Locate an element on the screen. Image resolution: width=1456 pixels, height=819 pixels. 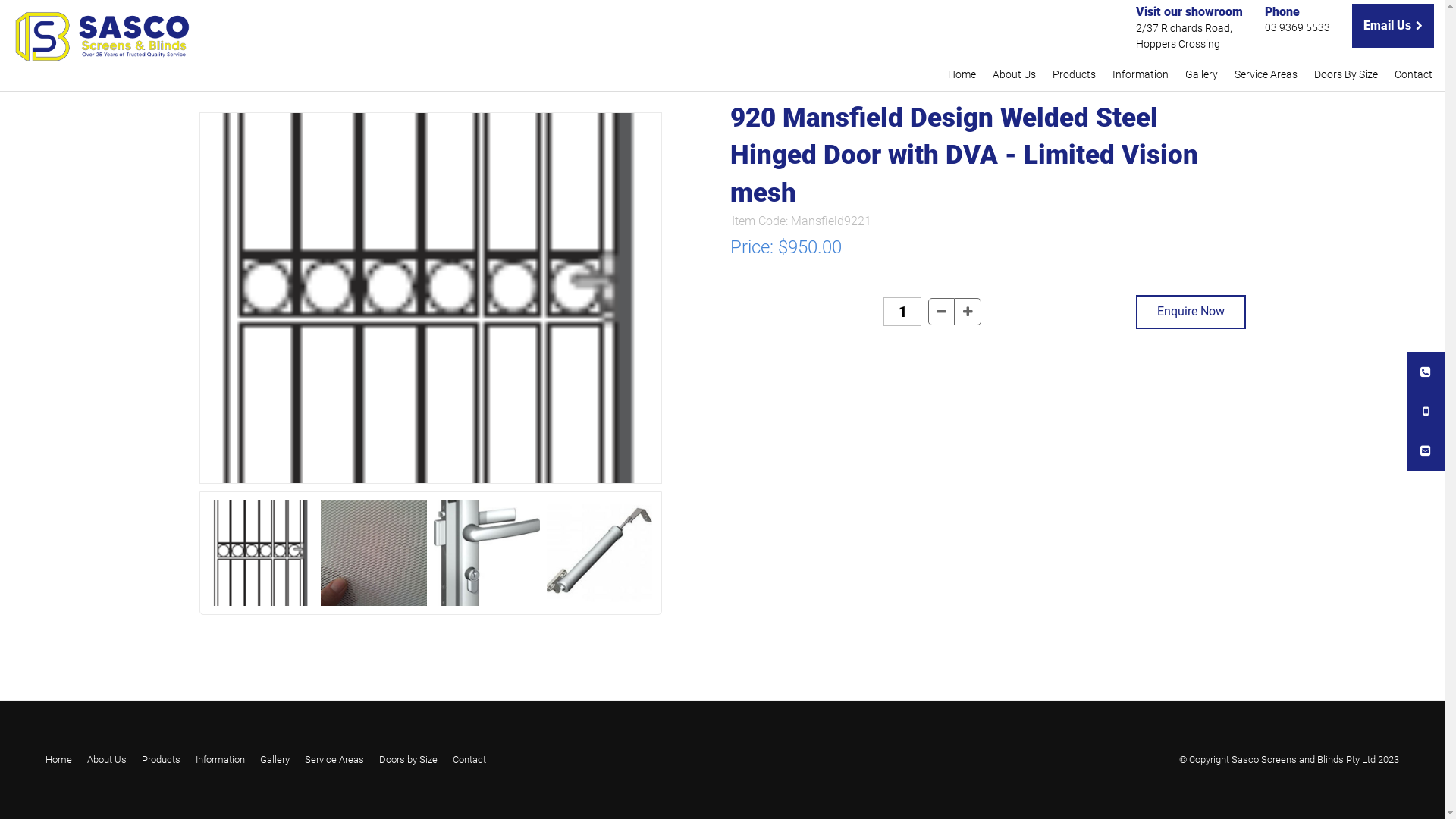
'Products' is located at coordinates (1073, 74).